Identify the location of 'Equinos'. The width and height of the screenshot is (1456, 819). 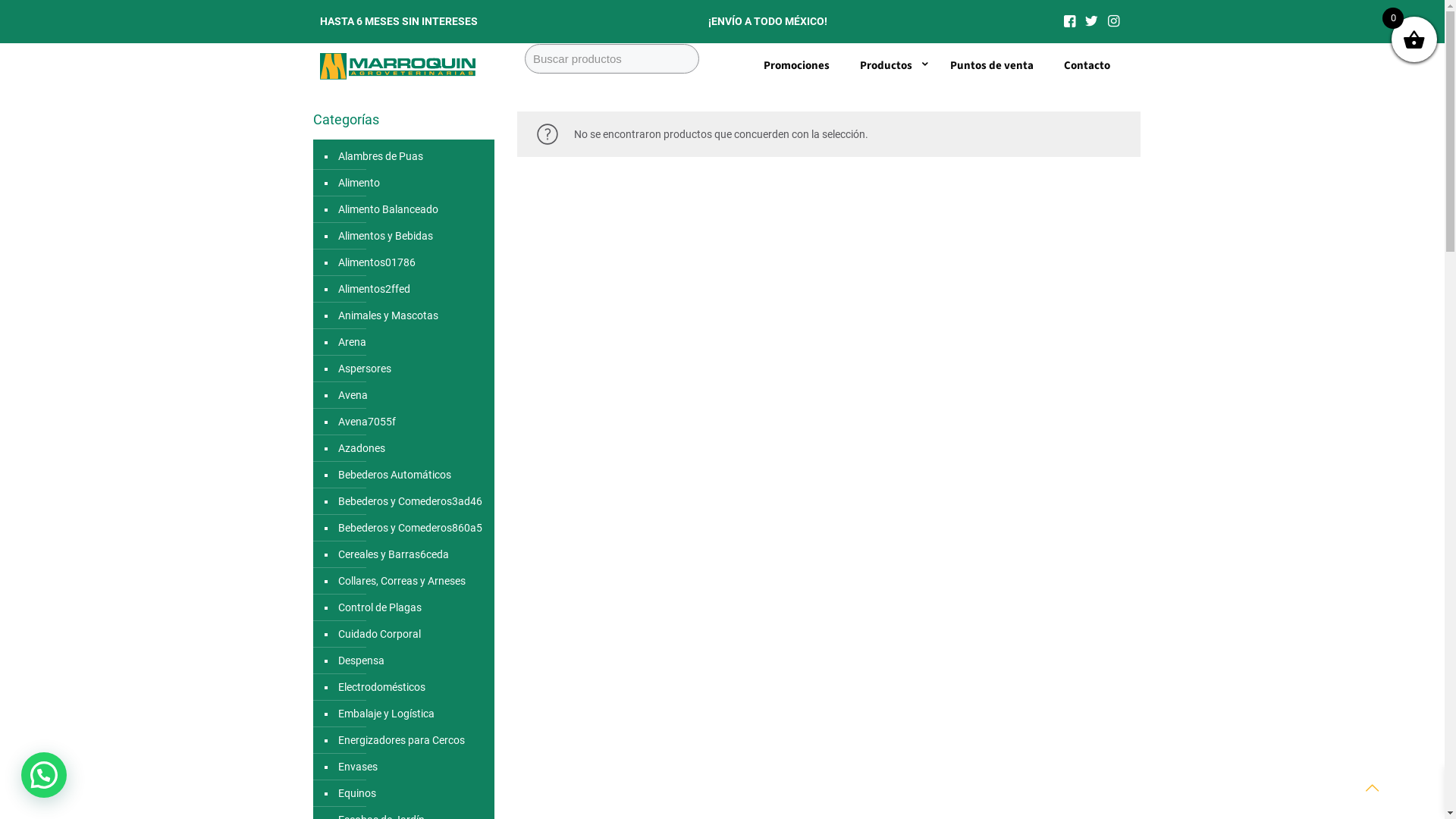
(334, 792).